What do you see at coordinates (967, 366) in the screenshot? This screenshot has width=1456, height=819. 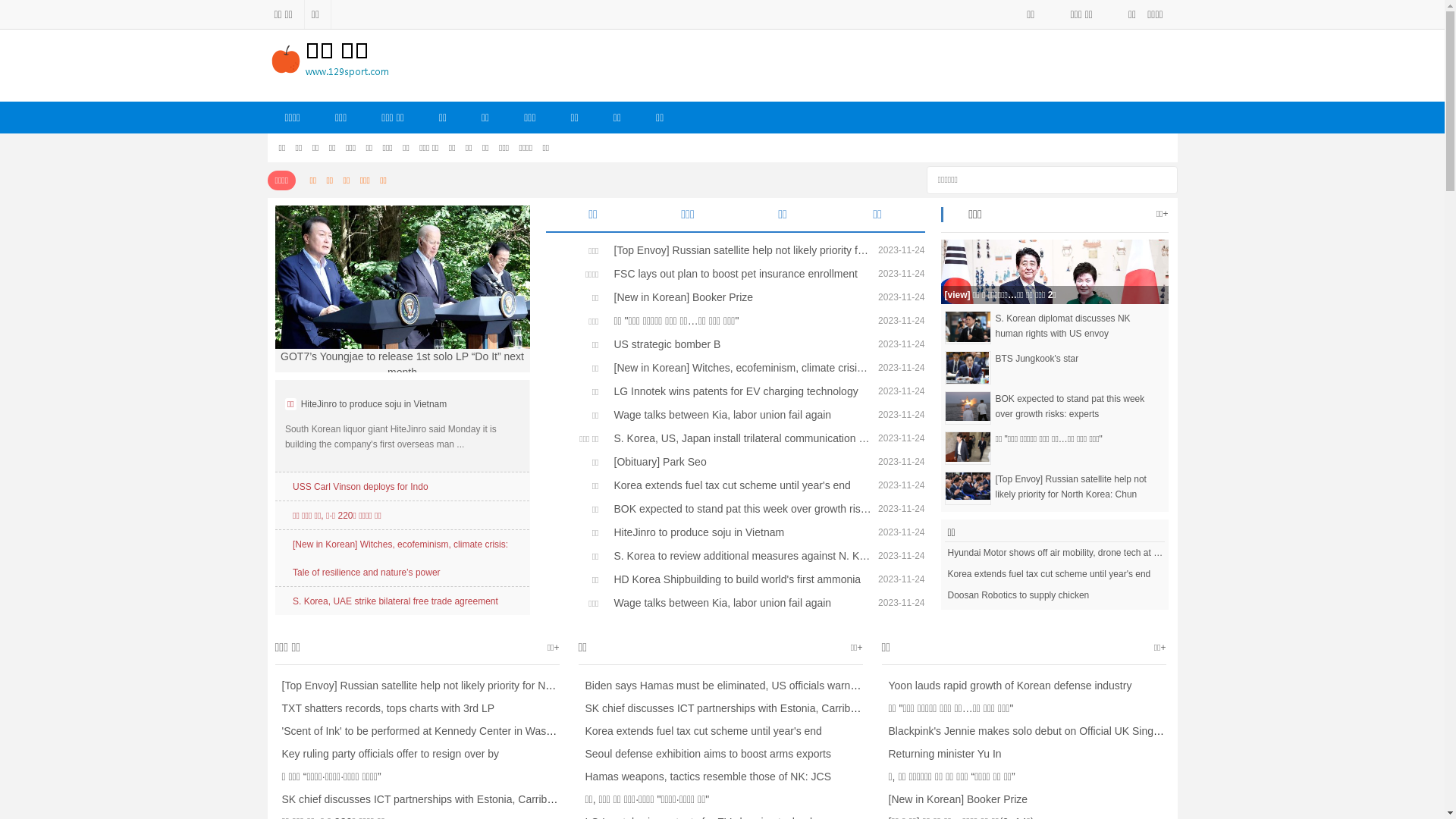 I see `'BTS Jungkook'` at bounding box center [967, 366].